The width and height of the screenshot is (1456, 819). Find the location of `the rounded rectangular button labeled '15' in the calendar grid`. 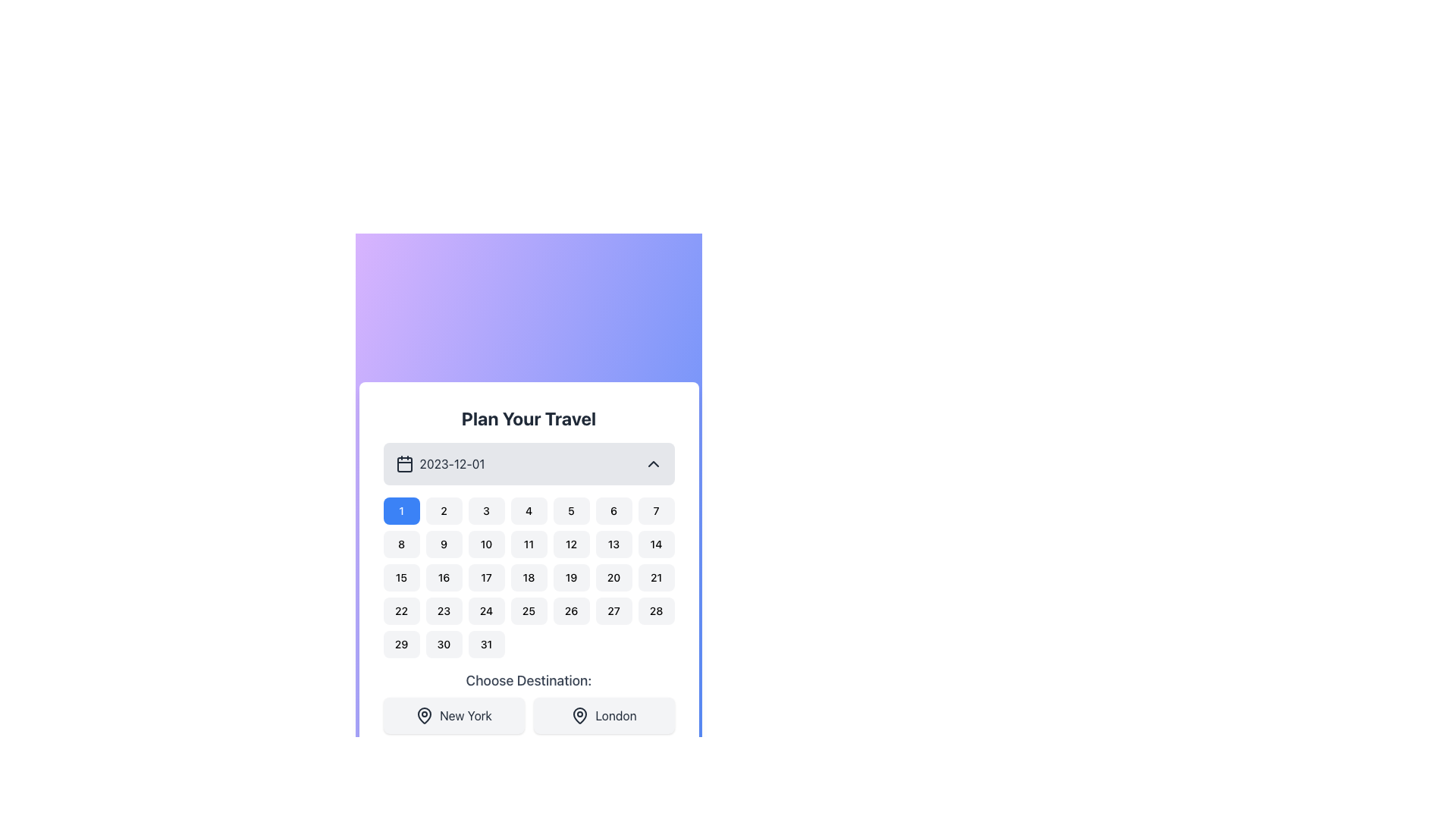

the rounded rectangular button labeled '15' in the calendar grid is located at coordinates (401, 578).